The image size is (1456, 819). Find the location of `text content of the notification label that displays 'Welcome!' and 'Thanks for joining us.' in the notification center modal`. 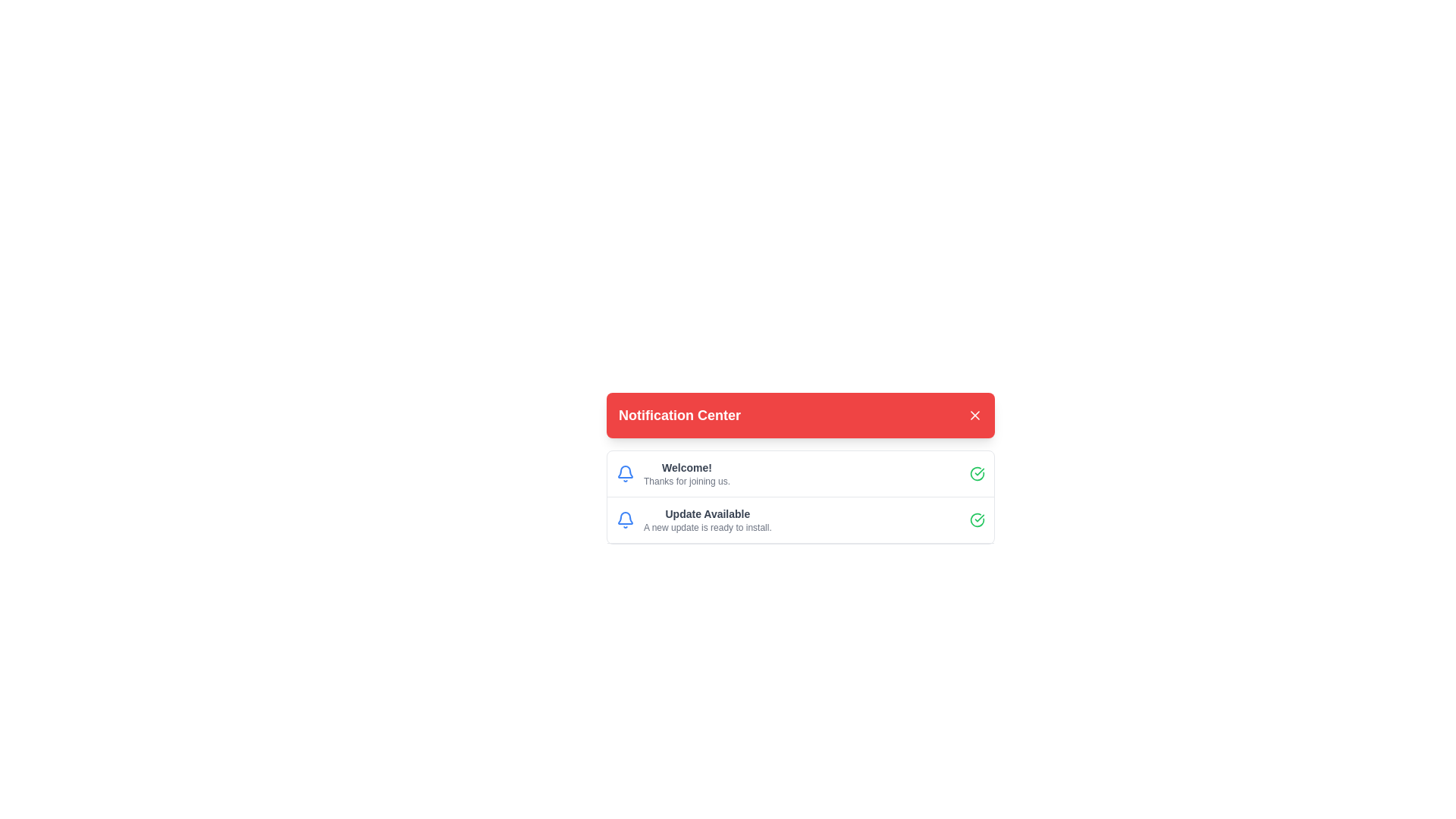

text content of the notification label that displays 'Welcome!' and 'Thanks for joining us.' in the notification center modal is located at coordinates (686, 472).